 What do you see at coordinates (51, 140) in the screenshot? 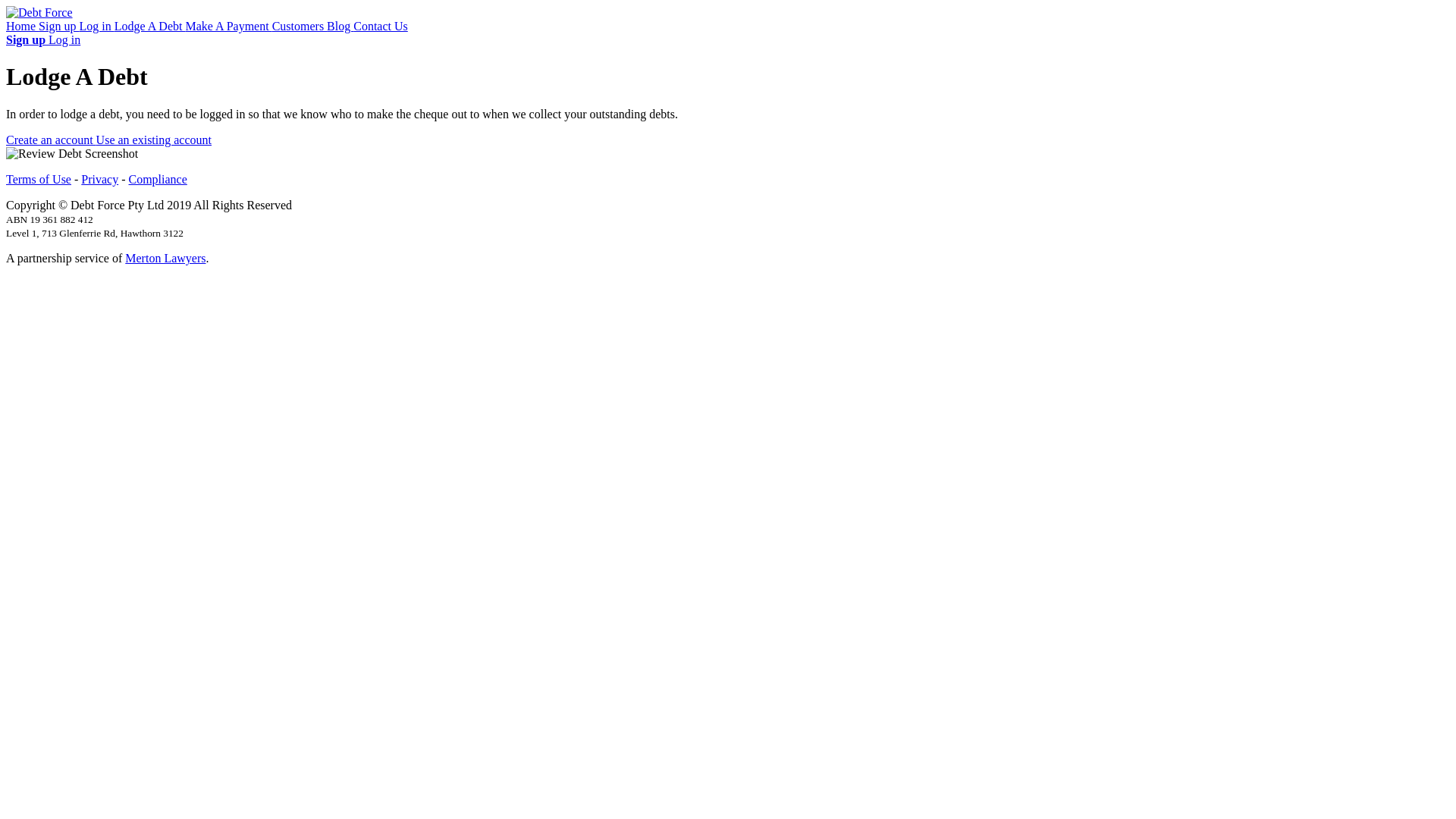
I see `'Create an account'` at bounding box center [51, 140].